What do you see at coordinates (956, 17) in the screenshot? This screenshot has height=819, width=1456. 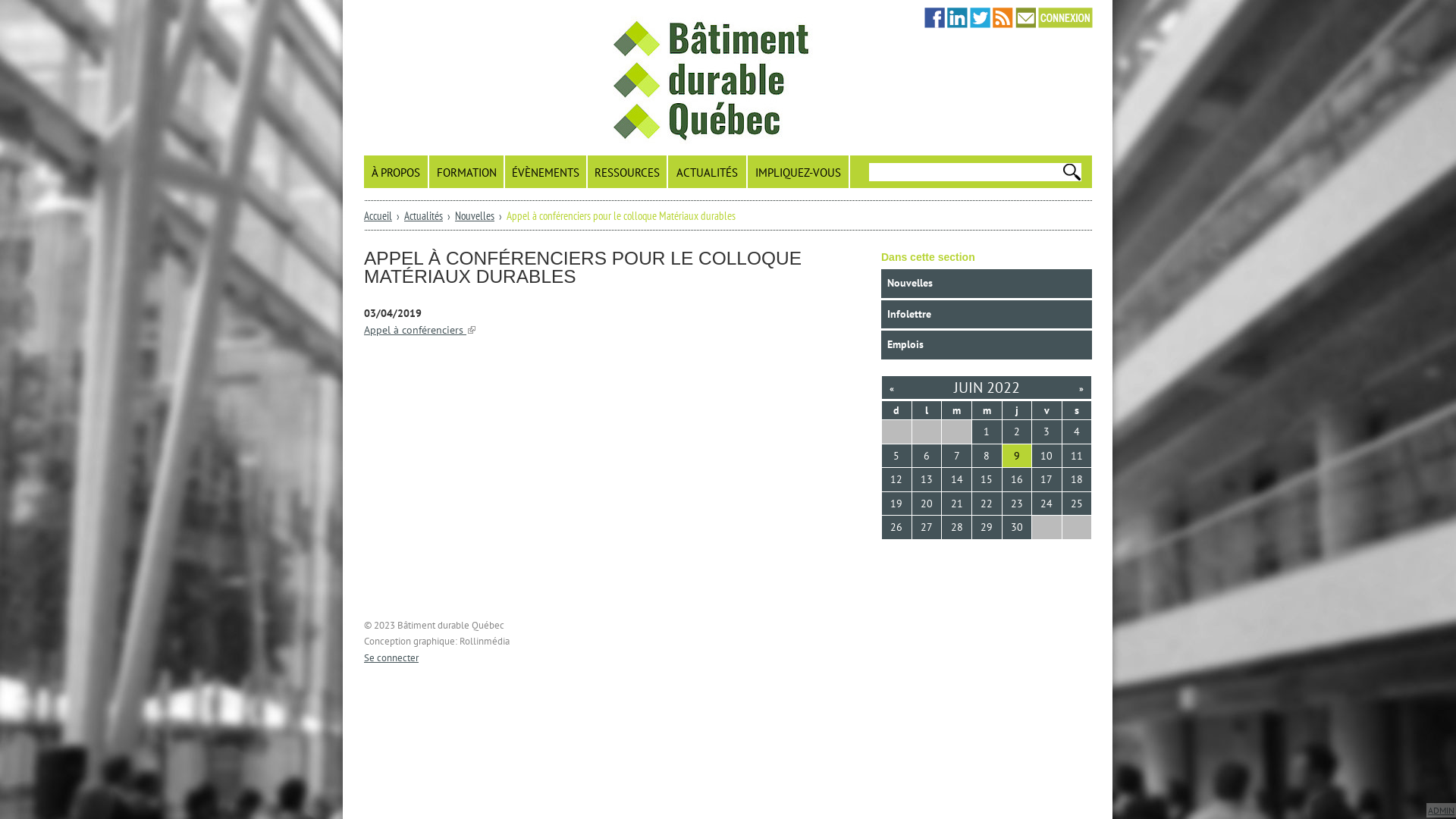 I see `'LinkedIn'` at bounding box center [956, 17].